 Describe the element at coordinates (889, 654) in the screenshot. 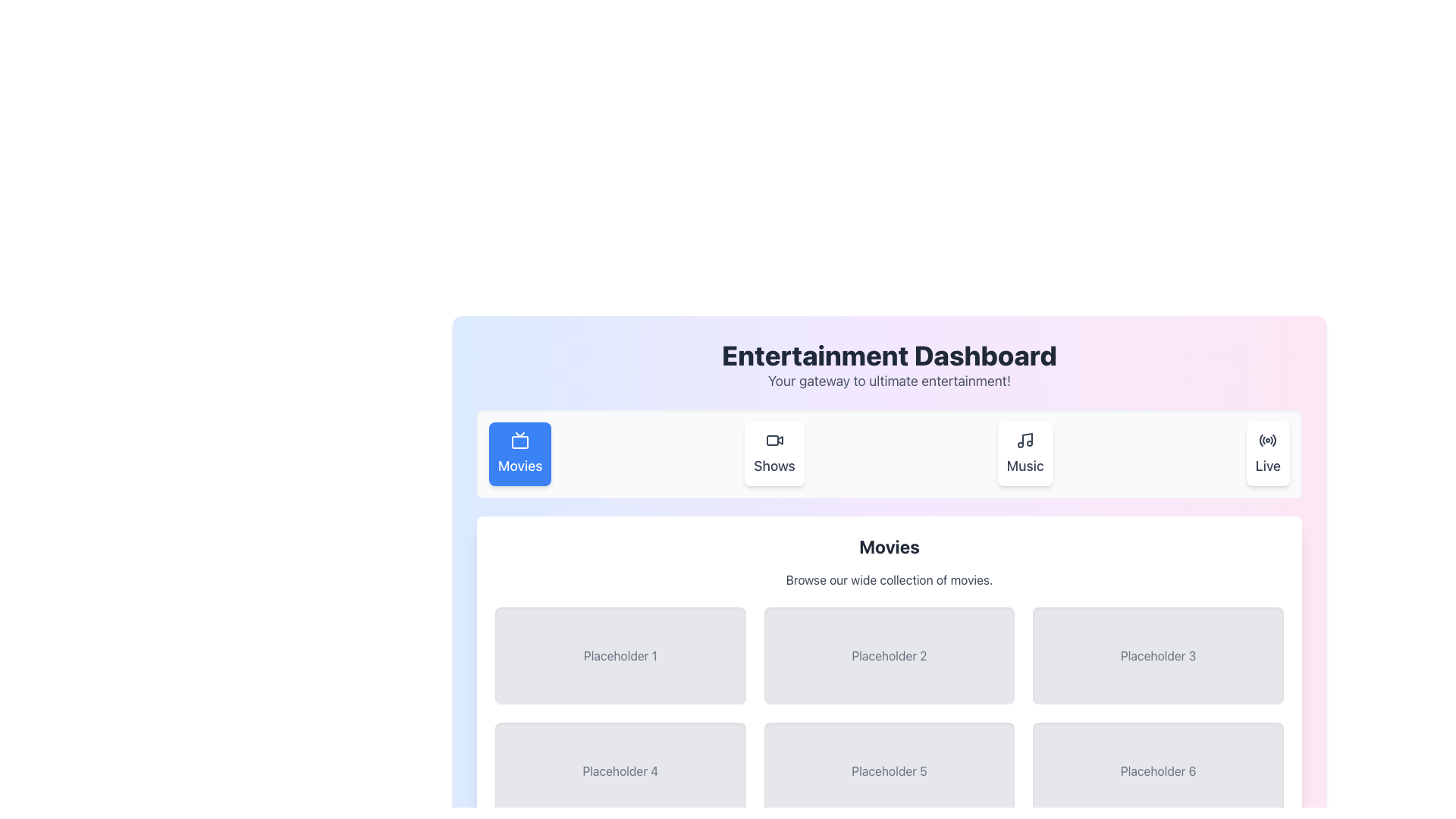

I see `the second static placeholder component, which has a light gray background and darker gray text reading 'Placeholder 2'` at that location.